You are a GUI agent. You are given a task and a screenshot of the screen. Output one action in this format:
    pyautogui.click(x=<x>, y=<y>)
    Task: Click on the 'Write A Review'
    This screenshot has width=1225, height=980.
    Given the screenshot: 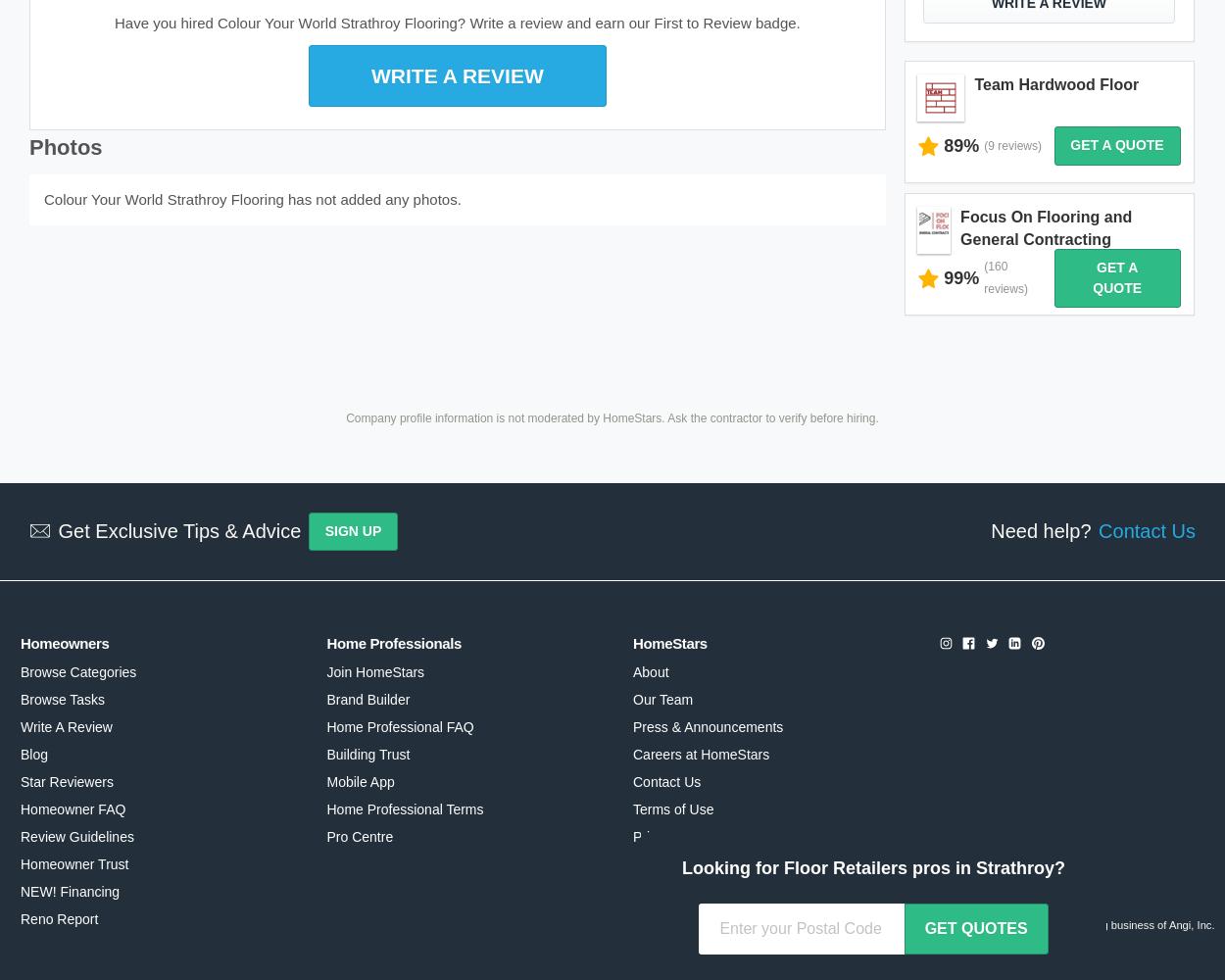 What is the action you would take?
    pyautogui.click(x=65, y=726)
    